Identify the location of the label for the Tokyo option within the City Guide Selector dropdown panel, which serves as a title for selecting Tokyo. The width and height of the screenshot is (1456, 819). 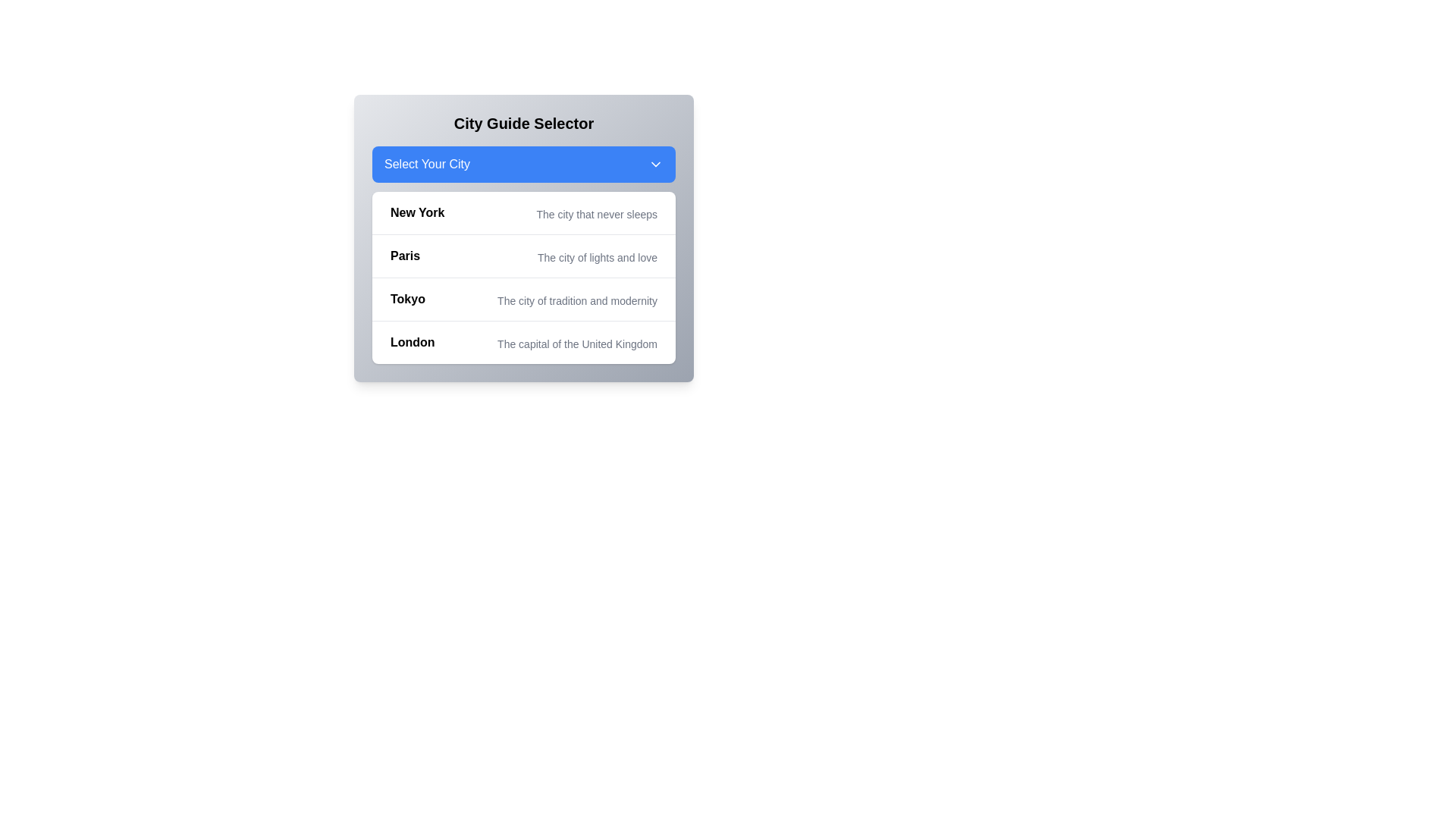
(407, 299).